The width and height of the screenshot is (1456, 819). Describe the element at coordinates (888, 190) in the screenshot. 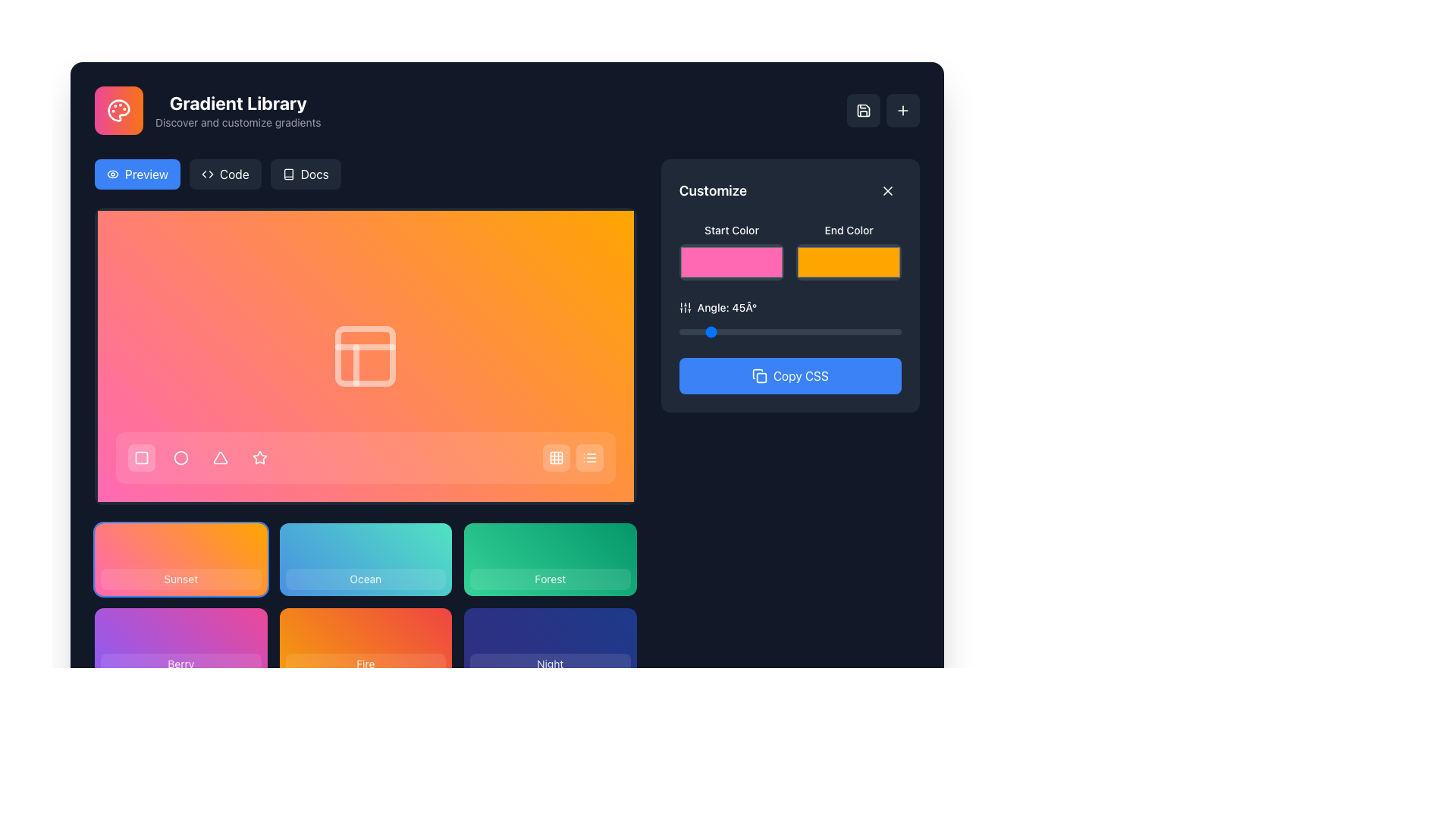

I see `the Close Button located at the top-right corner of the 'Customize' panel` at that location.